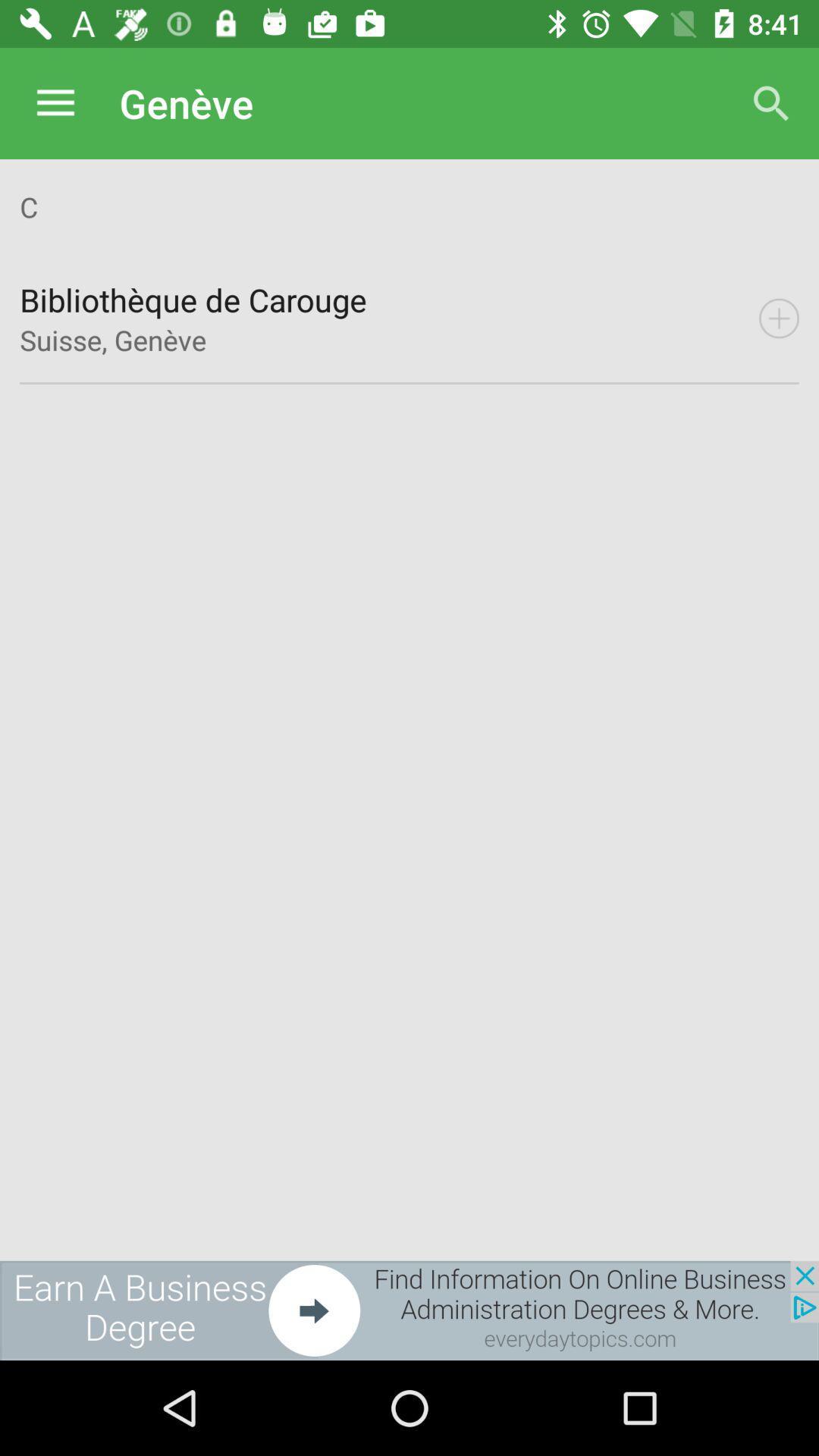 The image size is (819, 1456). Describe the element at coordinates (779, 318) in the screenshot. I see `added` at that location.